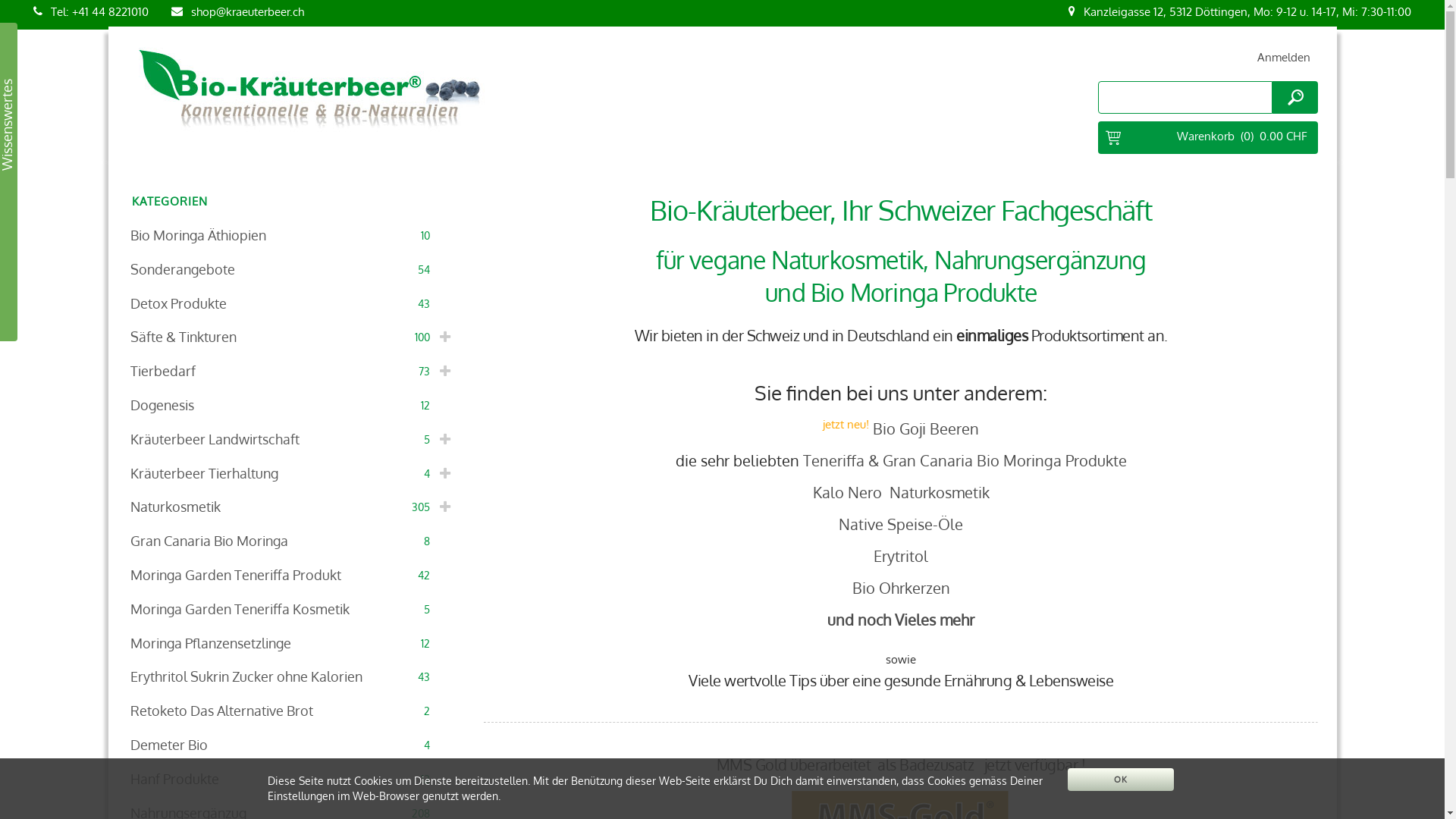  Describe the element at coordinates (293, 711) in the screenshot. I see `'Retoketo Das Alternative Brot` at that location.